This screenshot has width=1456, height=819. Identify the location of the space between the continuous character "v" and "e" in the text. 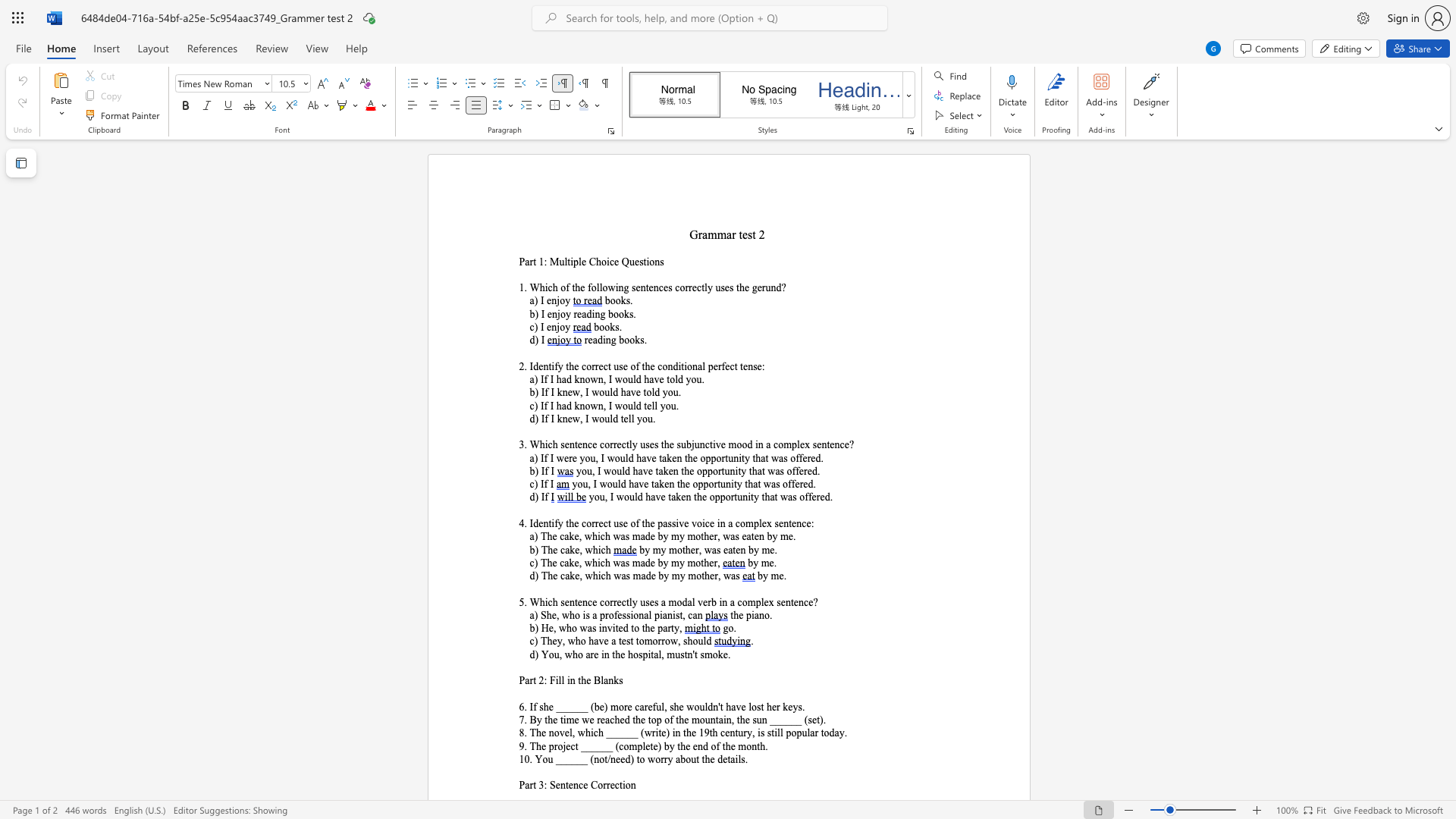
(661, 497).